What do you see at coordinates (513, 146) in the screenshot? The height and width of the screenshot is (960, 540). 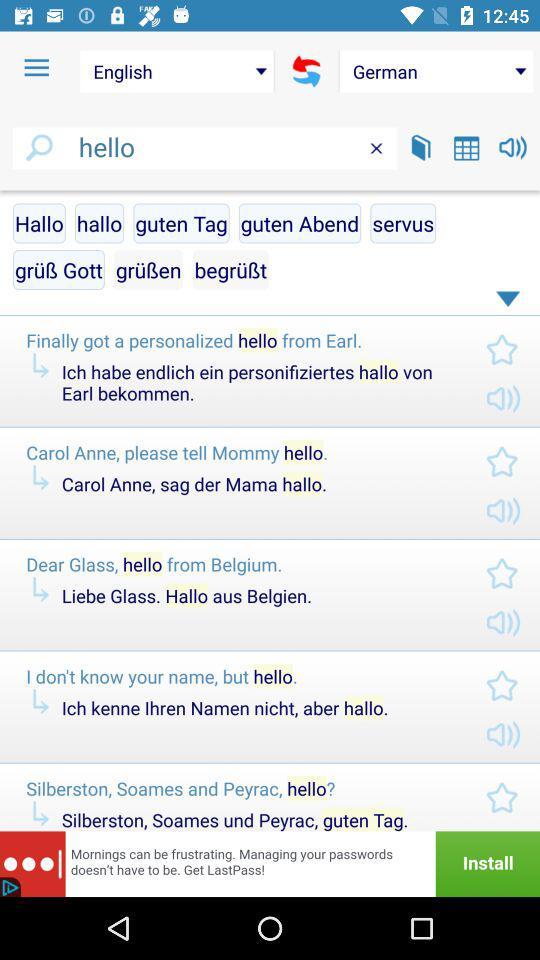 I see `on the speaker` at bounding box center [513, 146].